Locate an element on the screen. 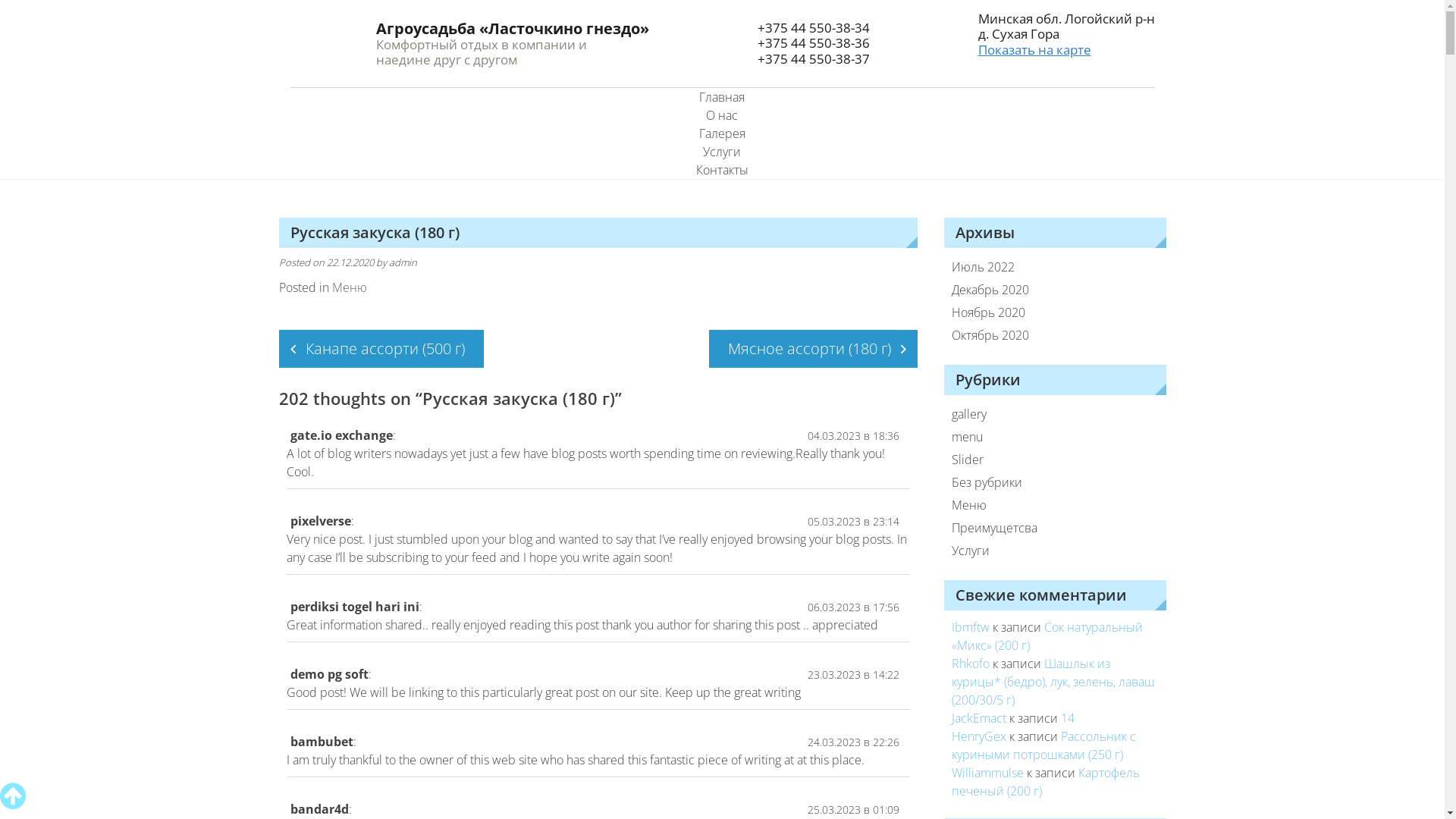  'pixelverse' is located at coordinates (319, 519).